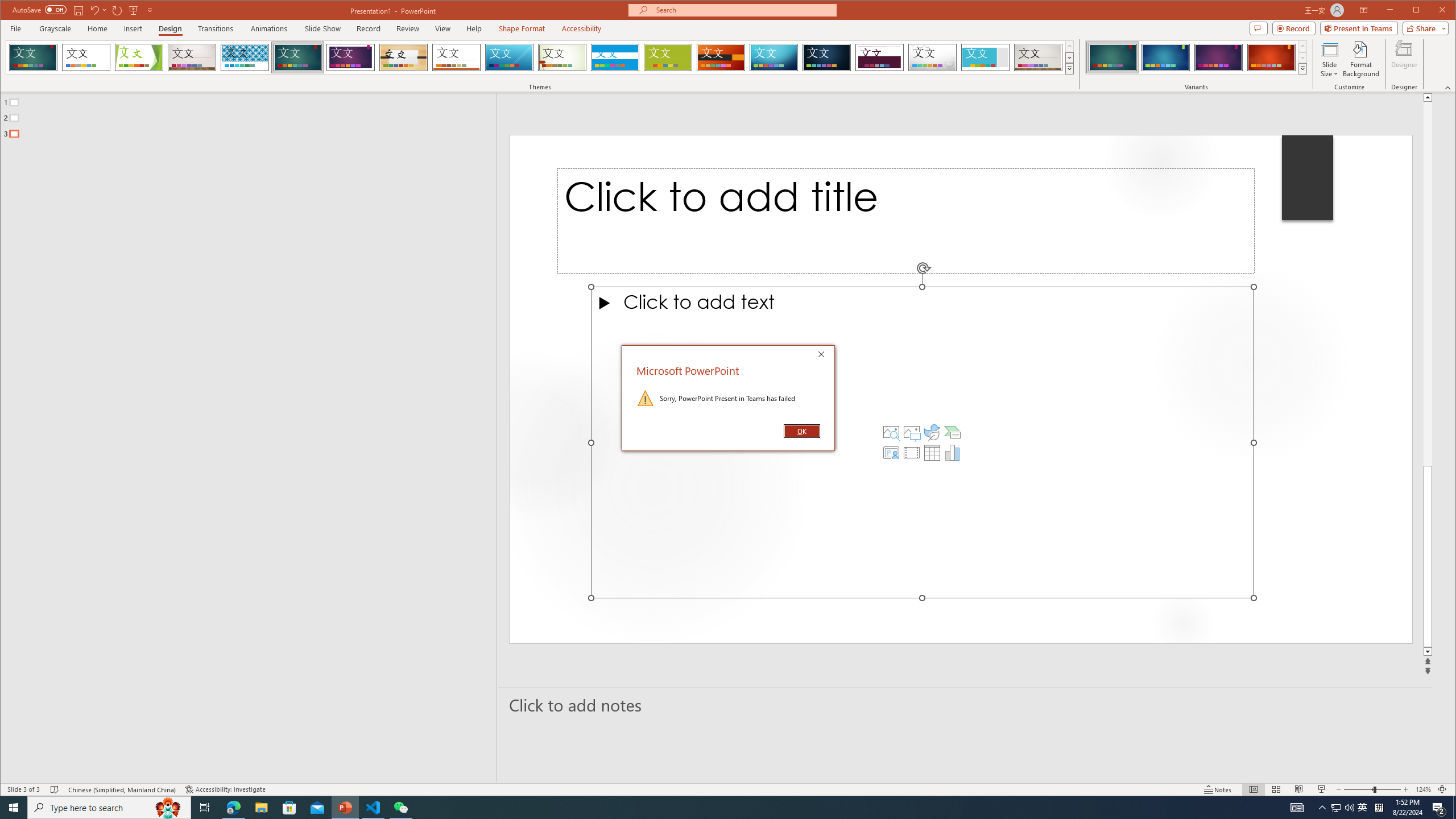 The width and height of the screenshot is (1456, 819). Describe the element at coordinates (510, 57) in the screenshot. I see `'Slice'` at that location.